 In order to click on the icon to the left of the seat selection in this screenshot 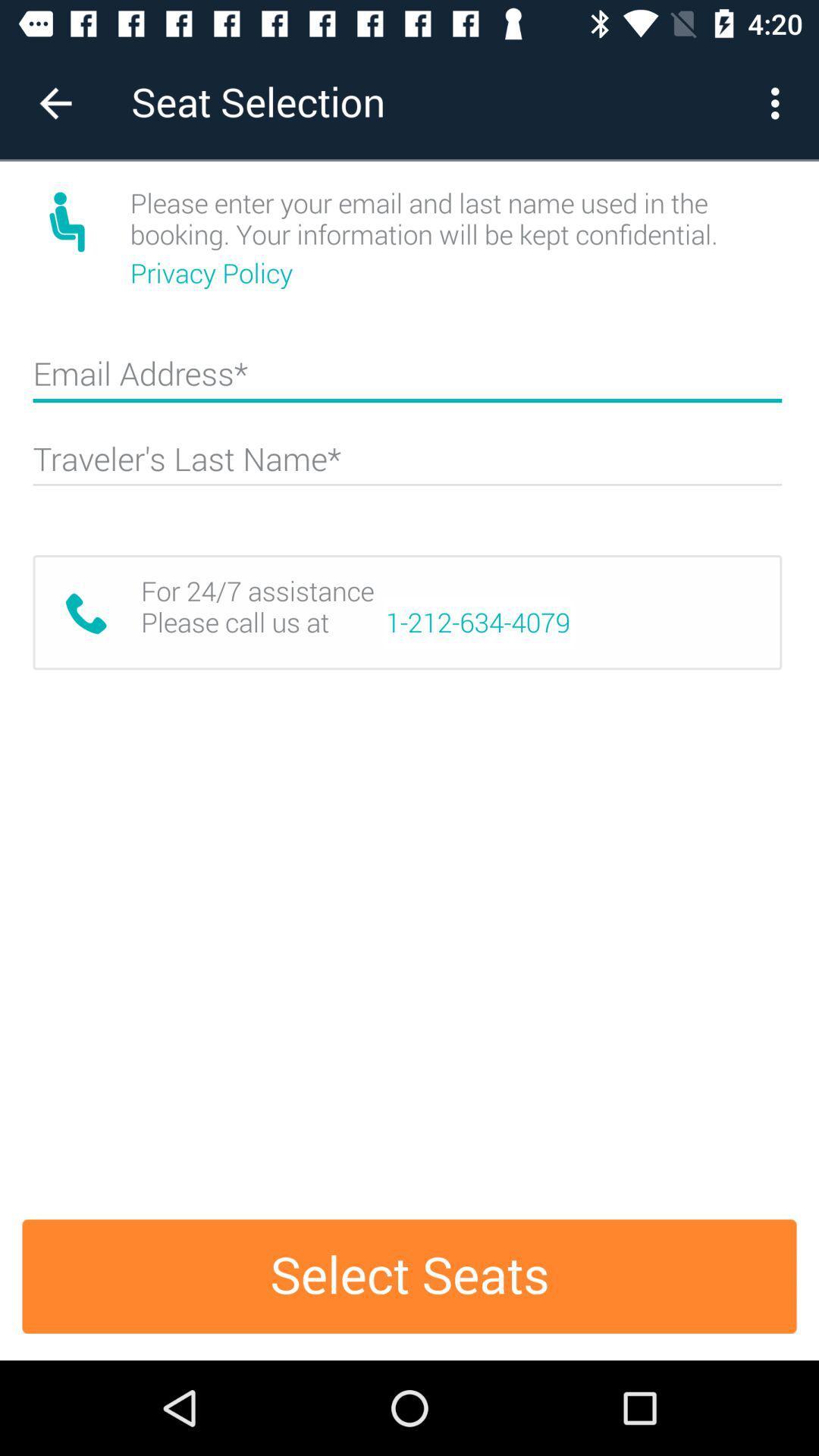, I will do `click(55, 102)`.